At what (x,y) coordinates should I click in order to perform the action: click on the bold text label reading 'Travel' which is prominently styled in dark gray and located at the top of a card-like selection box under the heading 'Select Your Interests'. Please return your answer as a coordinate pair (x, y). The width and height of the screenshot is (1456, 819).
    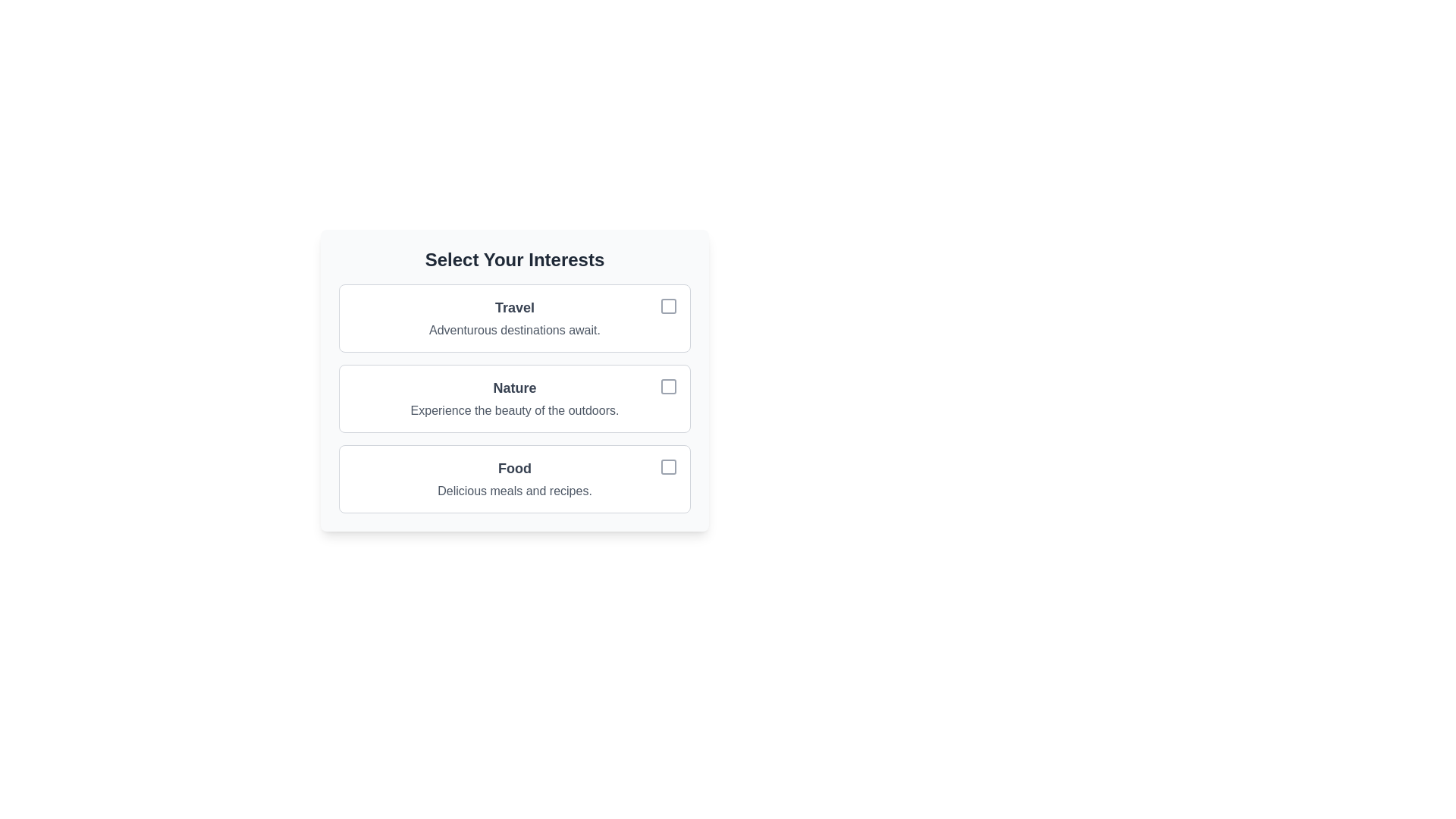
    Looking at the image, I should click on (514, 307).